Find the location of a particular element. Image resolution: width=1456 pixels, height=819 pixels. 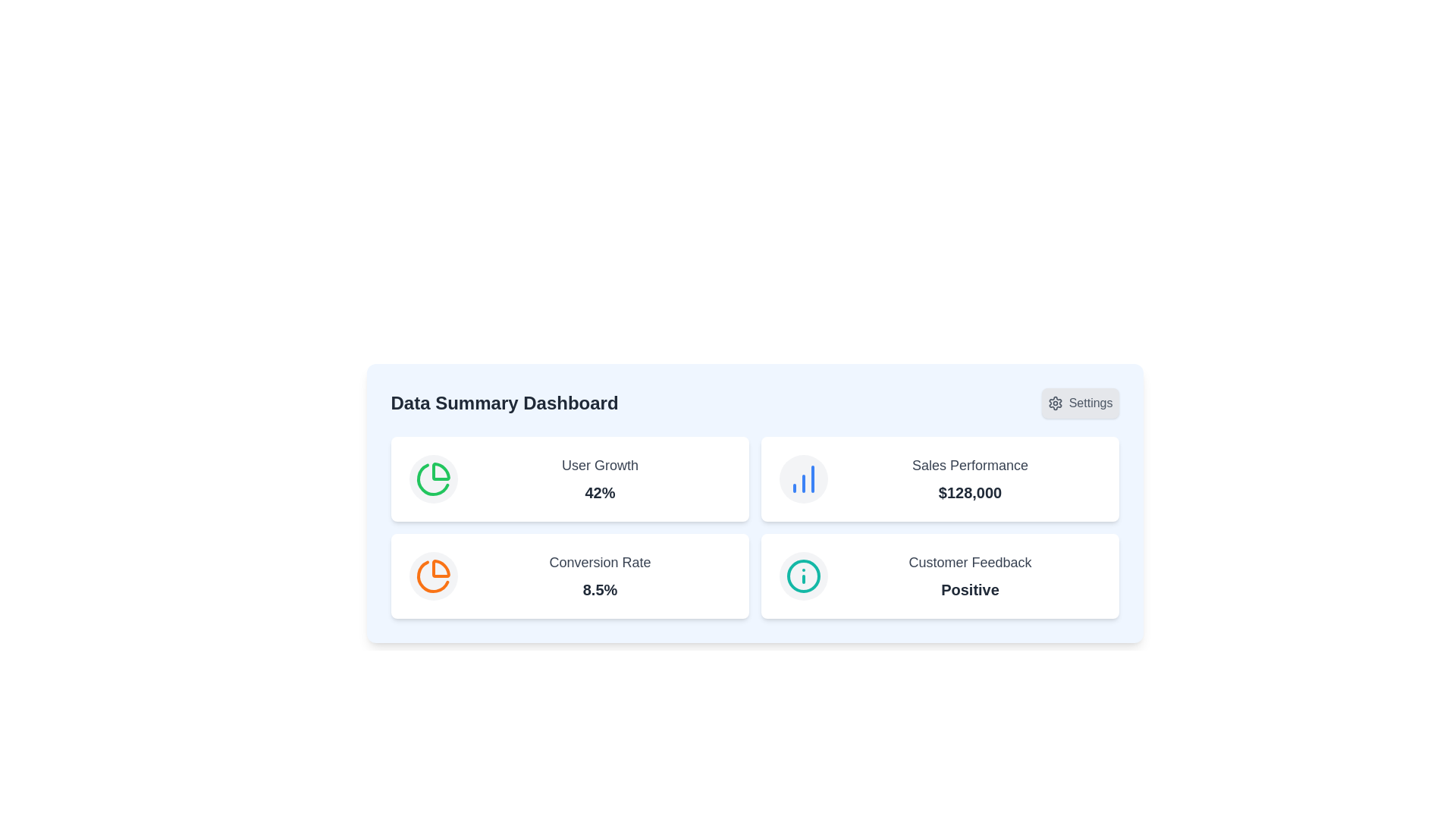

the blue bar chart icon with three vertical bars of varying lengths, located in the top-right cell of the dashboard's second row of indicators, next to the 'Sales Performance: $128,000' label is located at coordinates (802, 479).